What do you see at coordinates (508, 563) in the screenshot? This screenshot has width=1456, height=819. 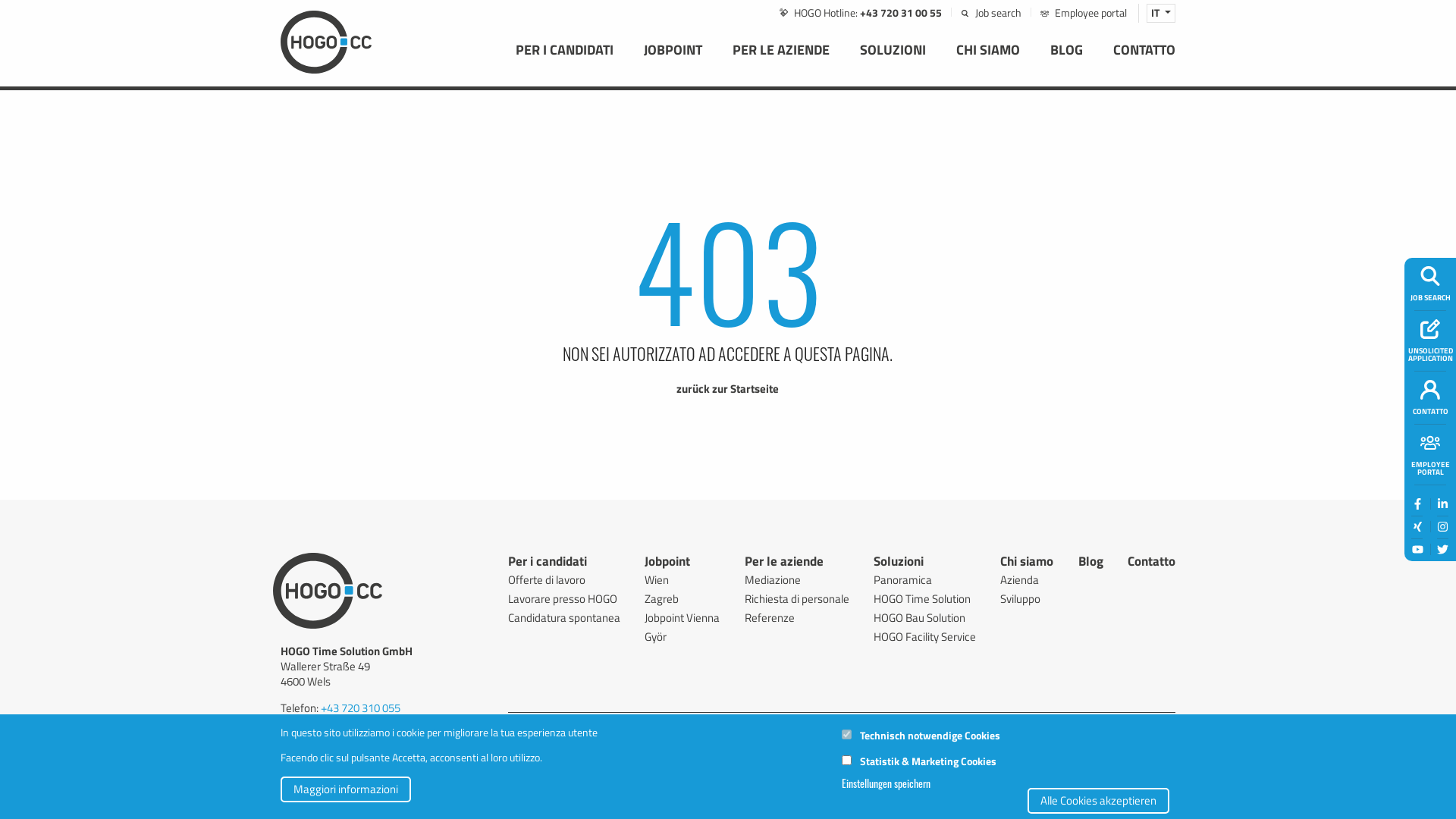 I see `'Per i candidati'` at bounding box center [508, 563].